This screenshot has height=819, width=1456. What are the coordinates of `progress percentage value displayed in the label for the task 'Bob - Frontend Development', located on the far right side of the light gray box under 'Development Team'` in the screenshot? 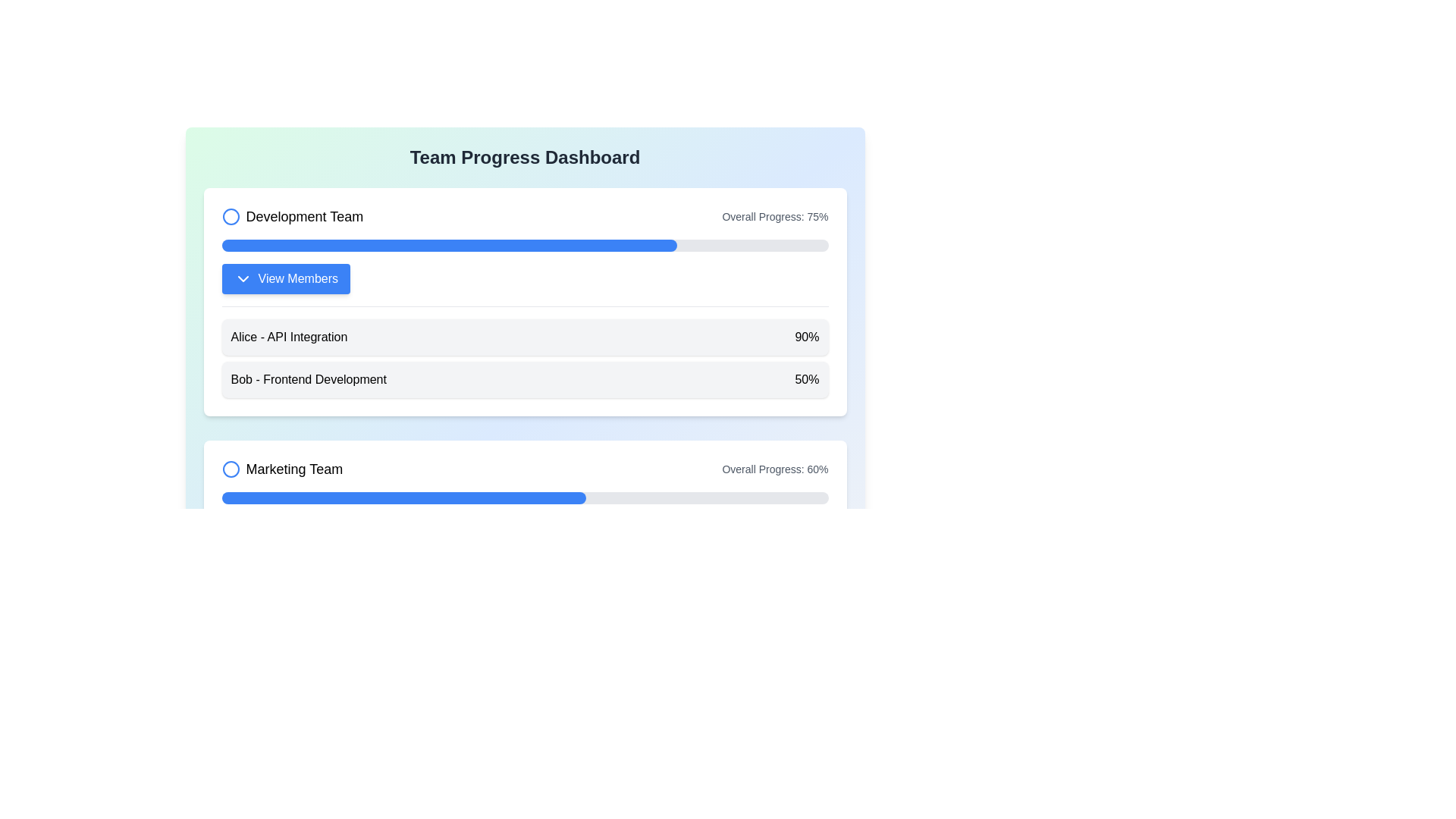 It's located at (806, 379).